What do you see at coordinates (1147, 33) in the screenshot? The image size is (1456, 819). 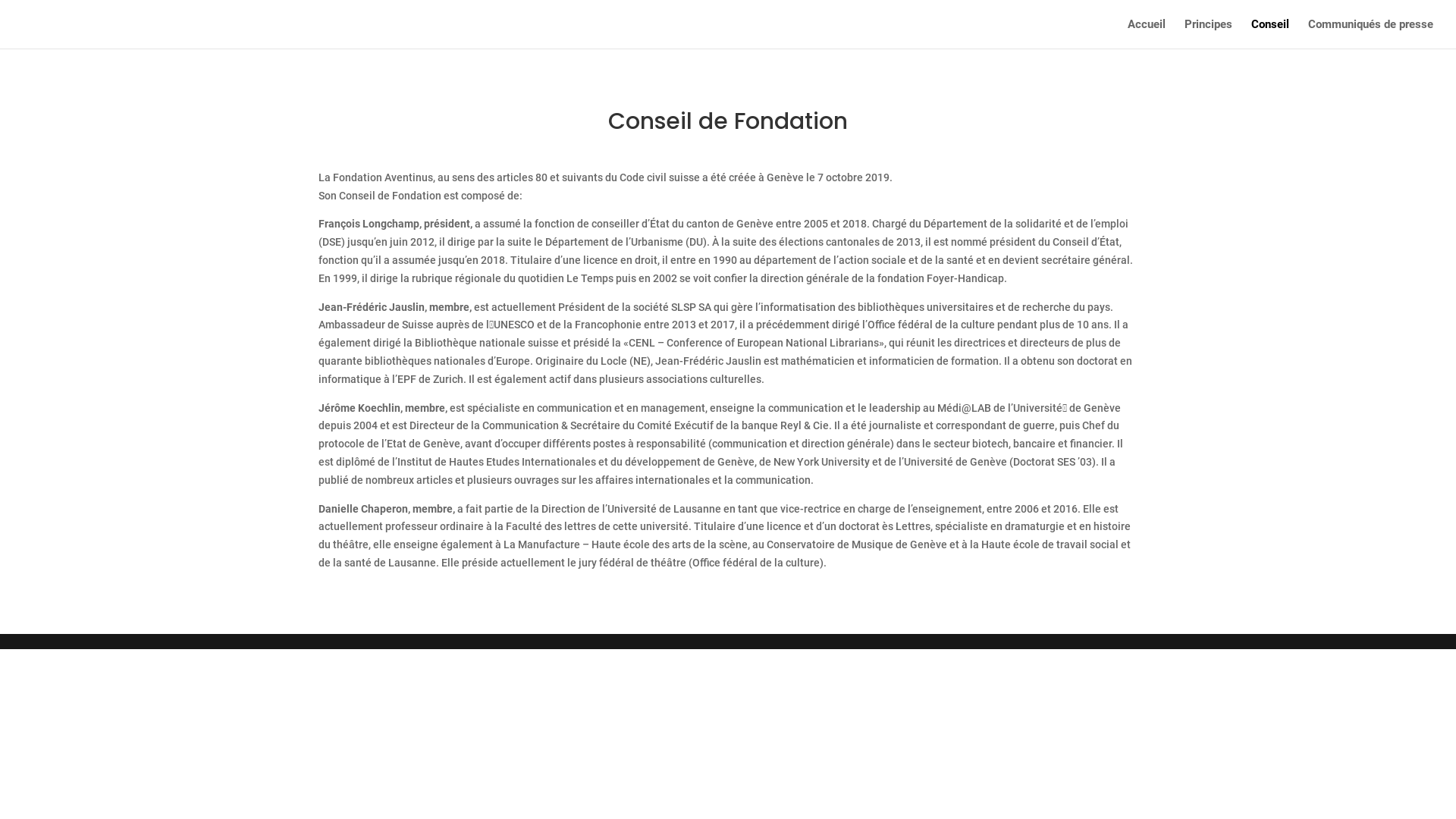 I see `'Accueil'` at bounding box center [1147, 33].